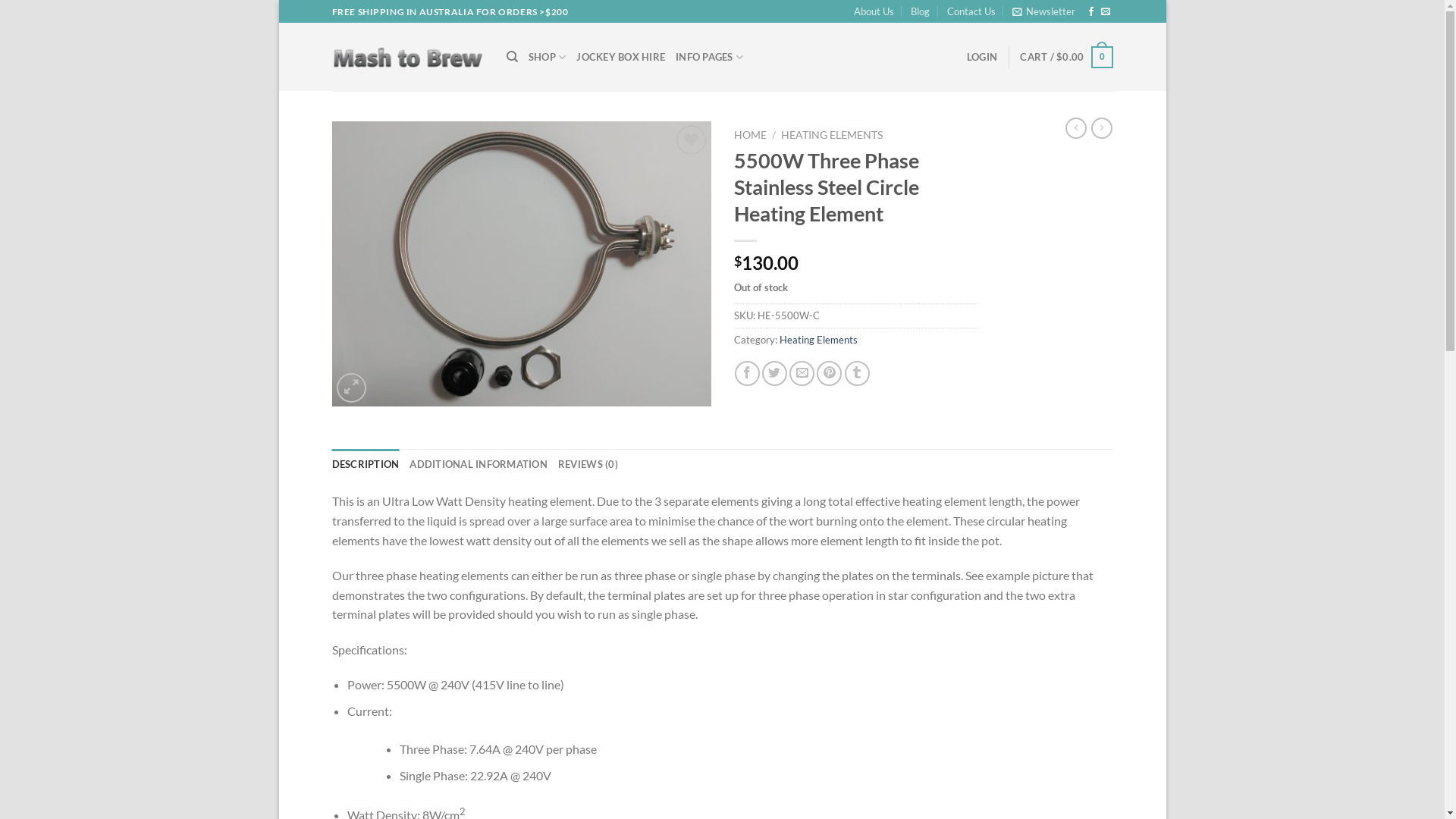  What do you see at coordinates (279, 0) in the screenshot?
I see `'Skip to content'` at bounding box center [279, 0].